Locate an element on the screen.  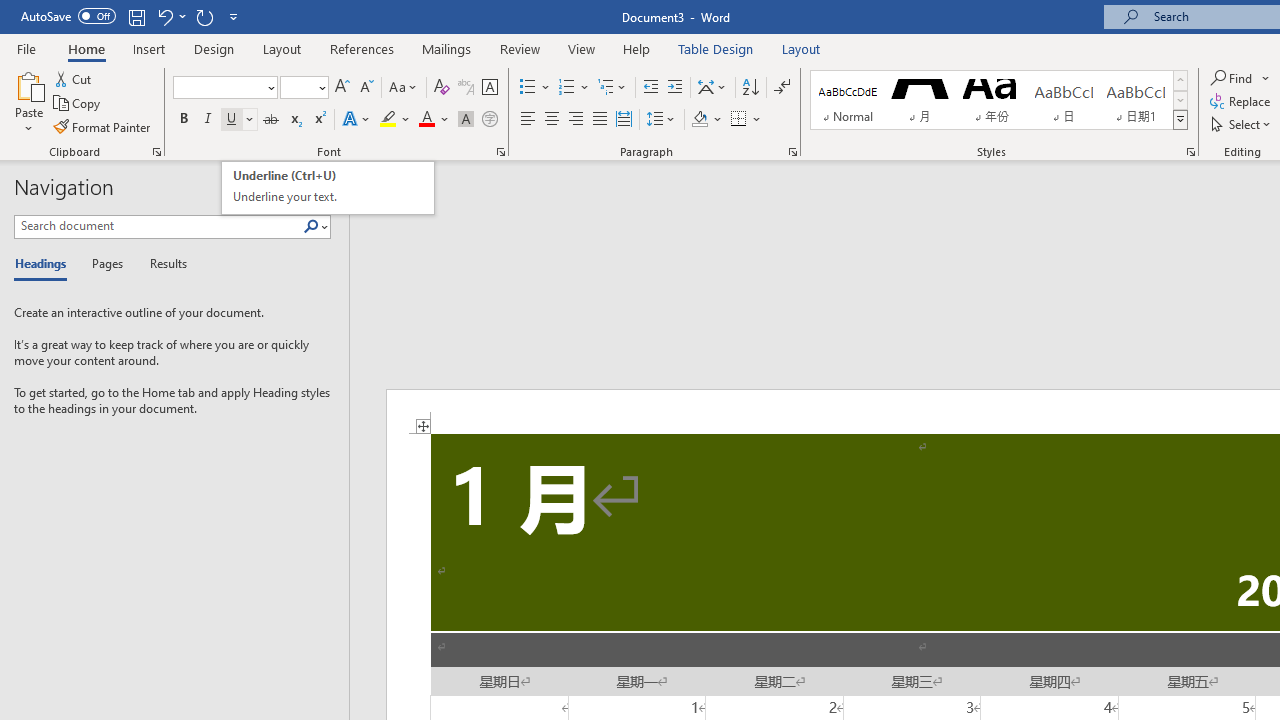
'Search document' is located at coordinates (157, 225).